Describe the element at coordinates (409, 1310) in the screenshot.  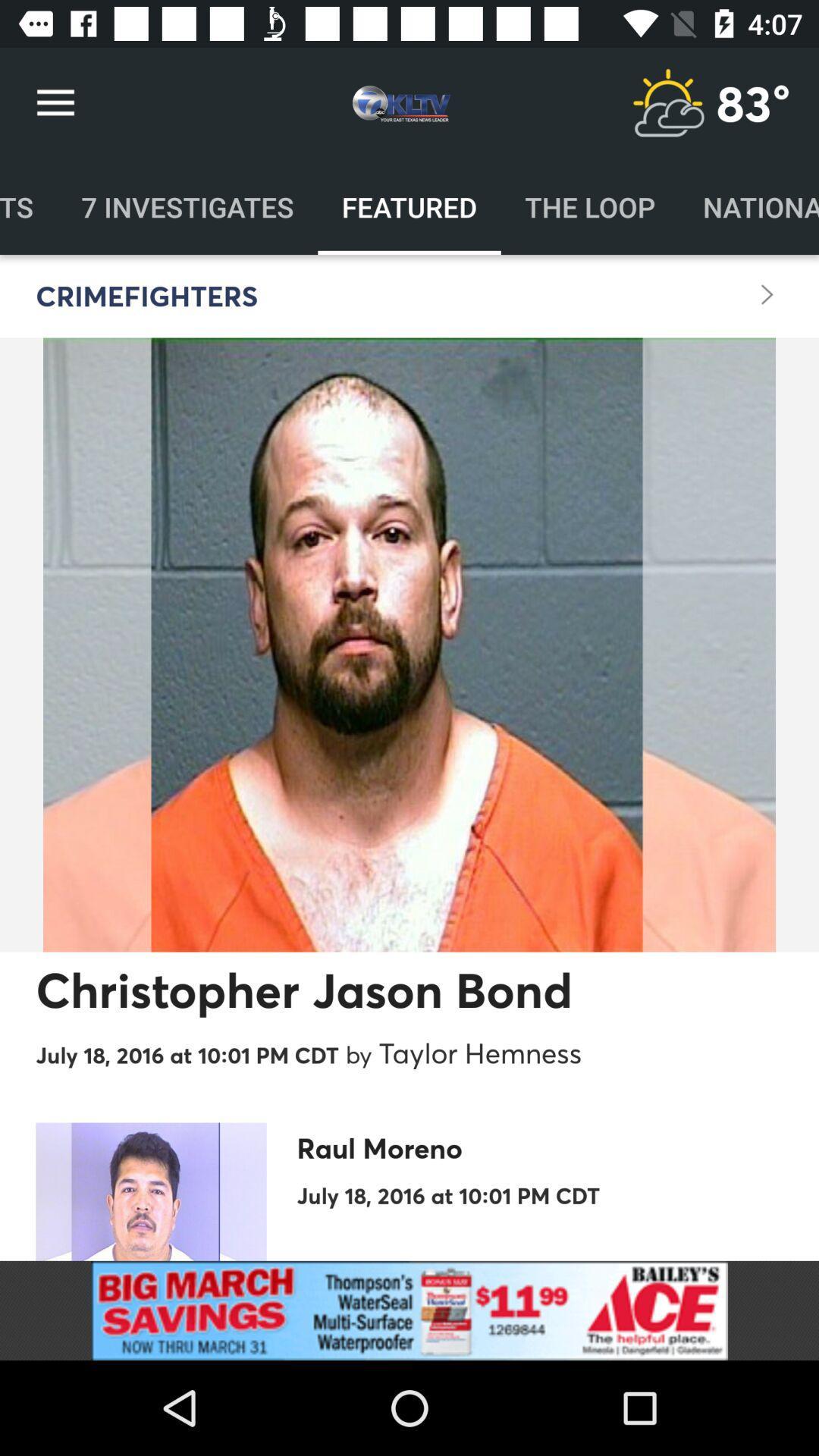
I see `the advertisement` at that location.